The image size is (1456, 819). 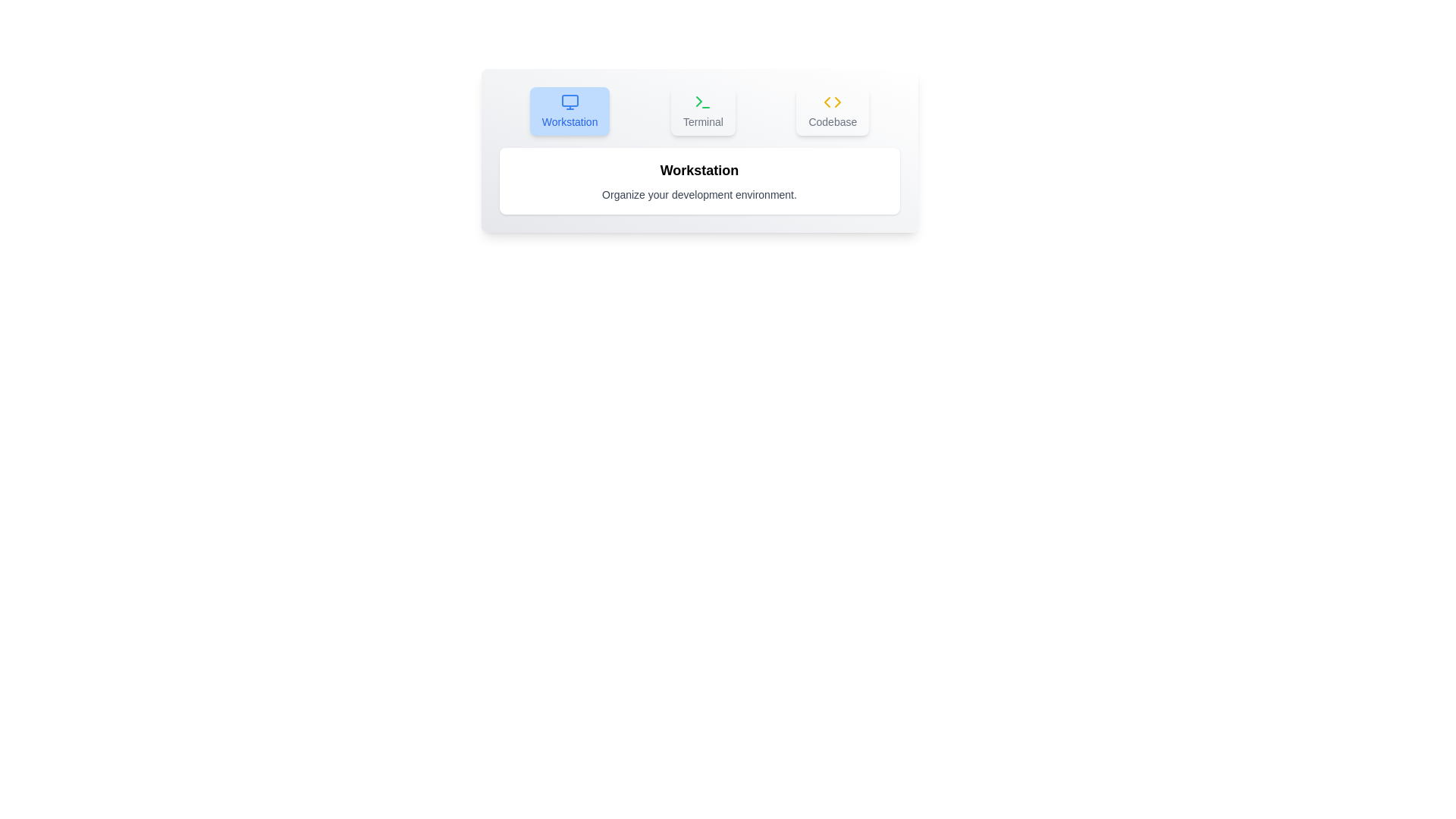 I want to click on the tab labeled Codebase, so click(x=832, y=110).